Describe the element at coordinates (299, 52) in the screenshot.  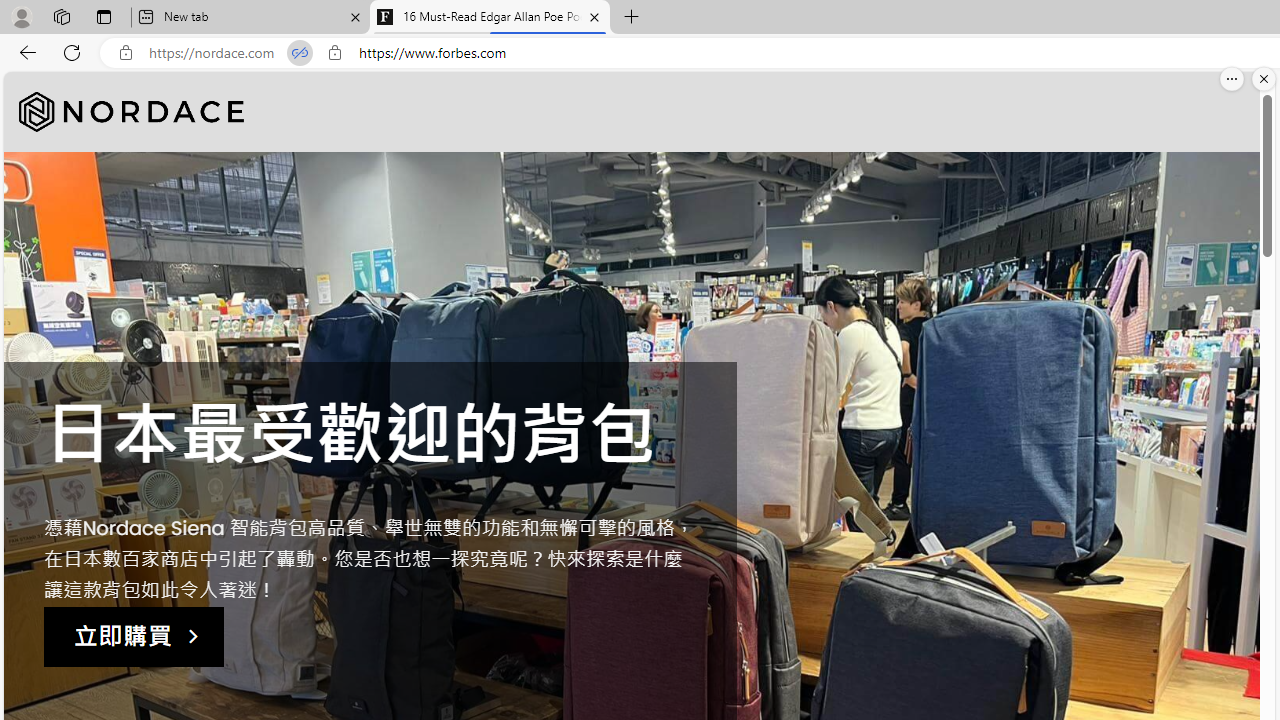
I see `'Tabs in split screen'` at that location.